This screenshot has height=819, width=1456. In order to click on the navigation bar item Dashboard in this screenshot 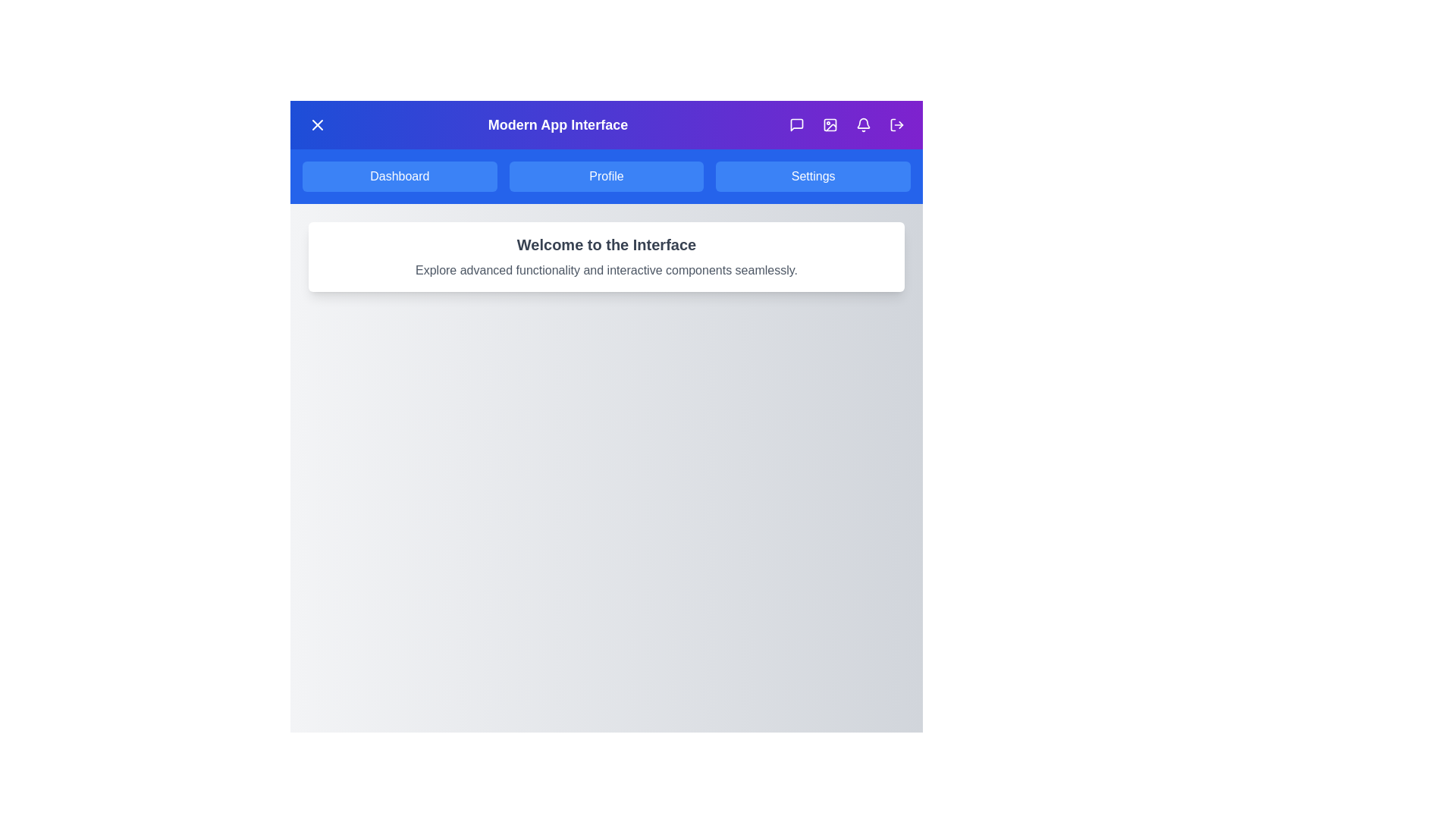, I will do `click(400, 175)`.